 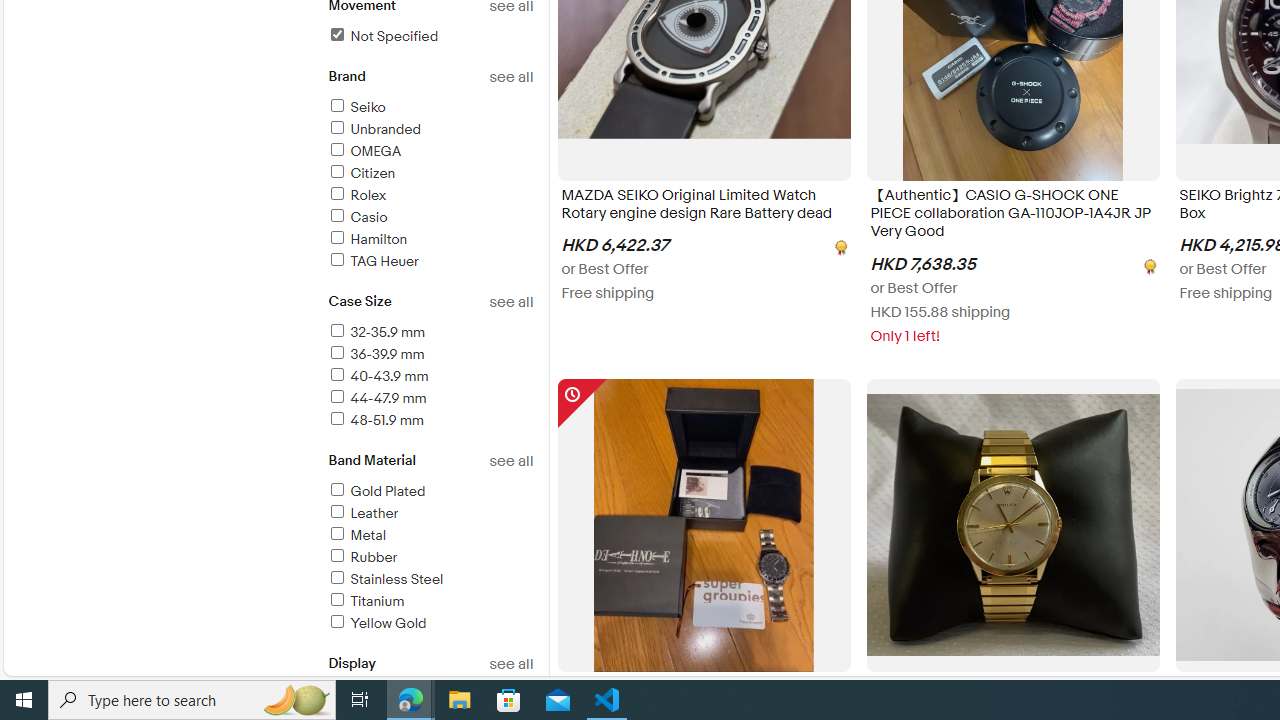 What do you see at coordinates (376, 622) in the screenshot?
I see `'Yellow Gold'` at bounding box center [376, 622].